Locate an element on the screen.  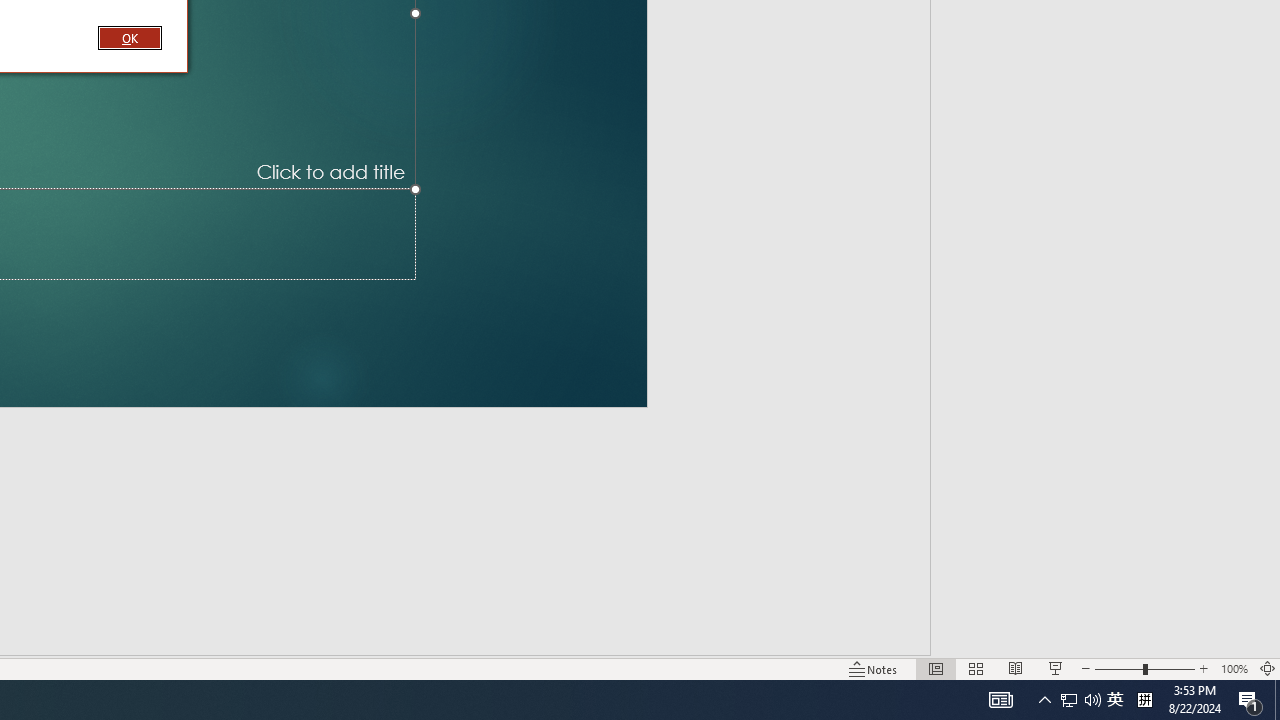
'OK' is located at coordinates (129, 37).